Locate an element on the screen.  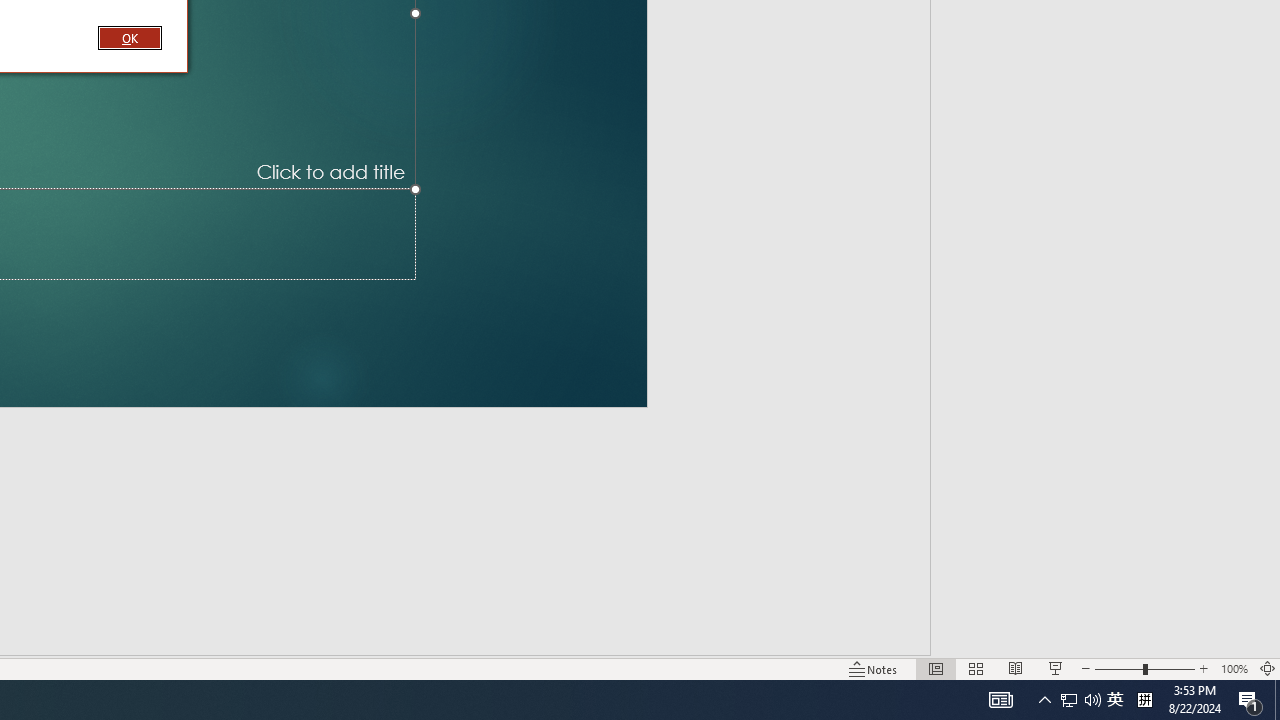
'OK' is located at coordinates (129, 37).